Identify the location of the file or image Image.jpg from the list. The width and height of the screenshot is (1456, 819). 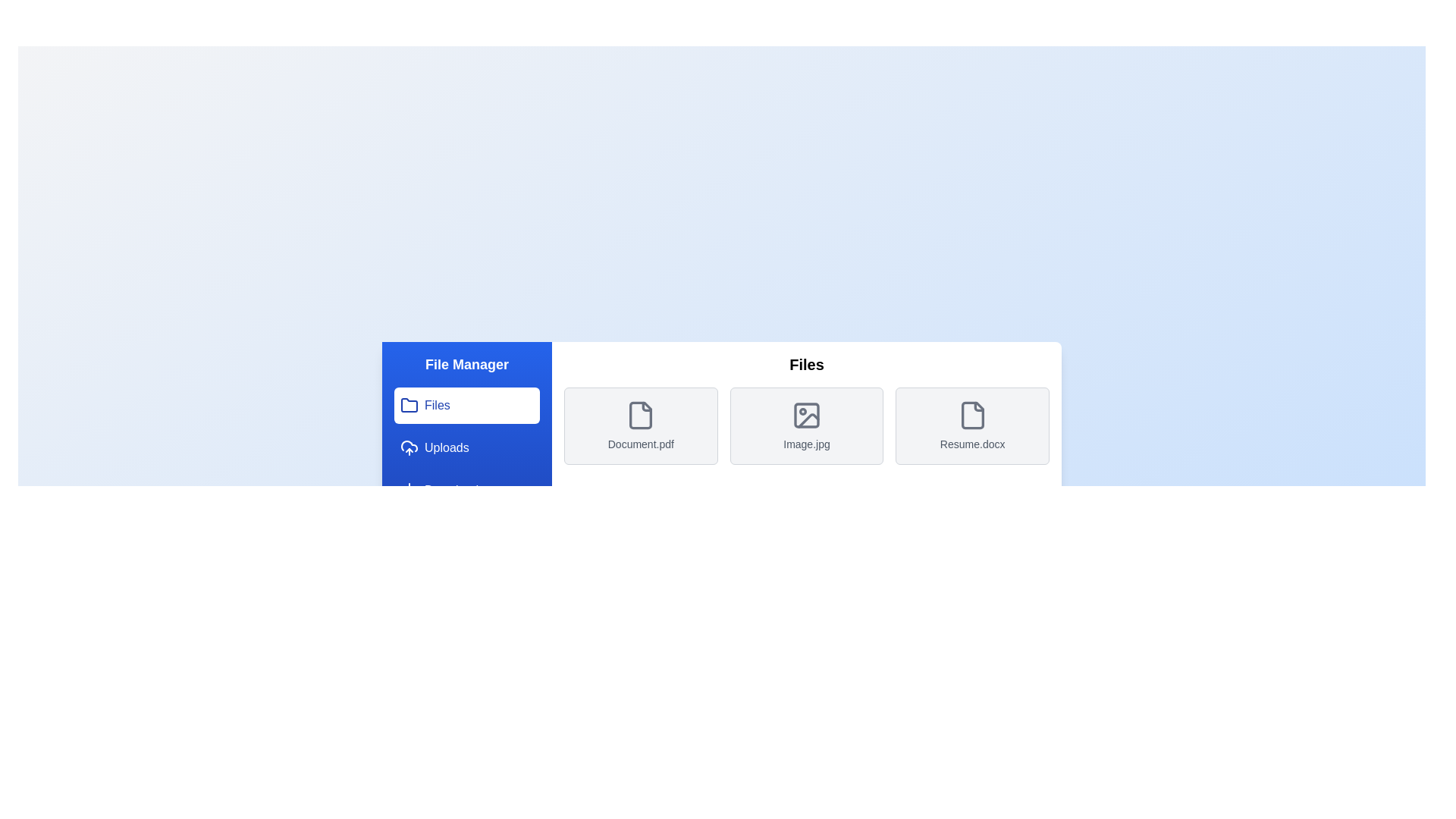
(806, 426).